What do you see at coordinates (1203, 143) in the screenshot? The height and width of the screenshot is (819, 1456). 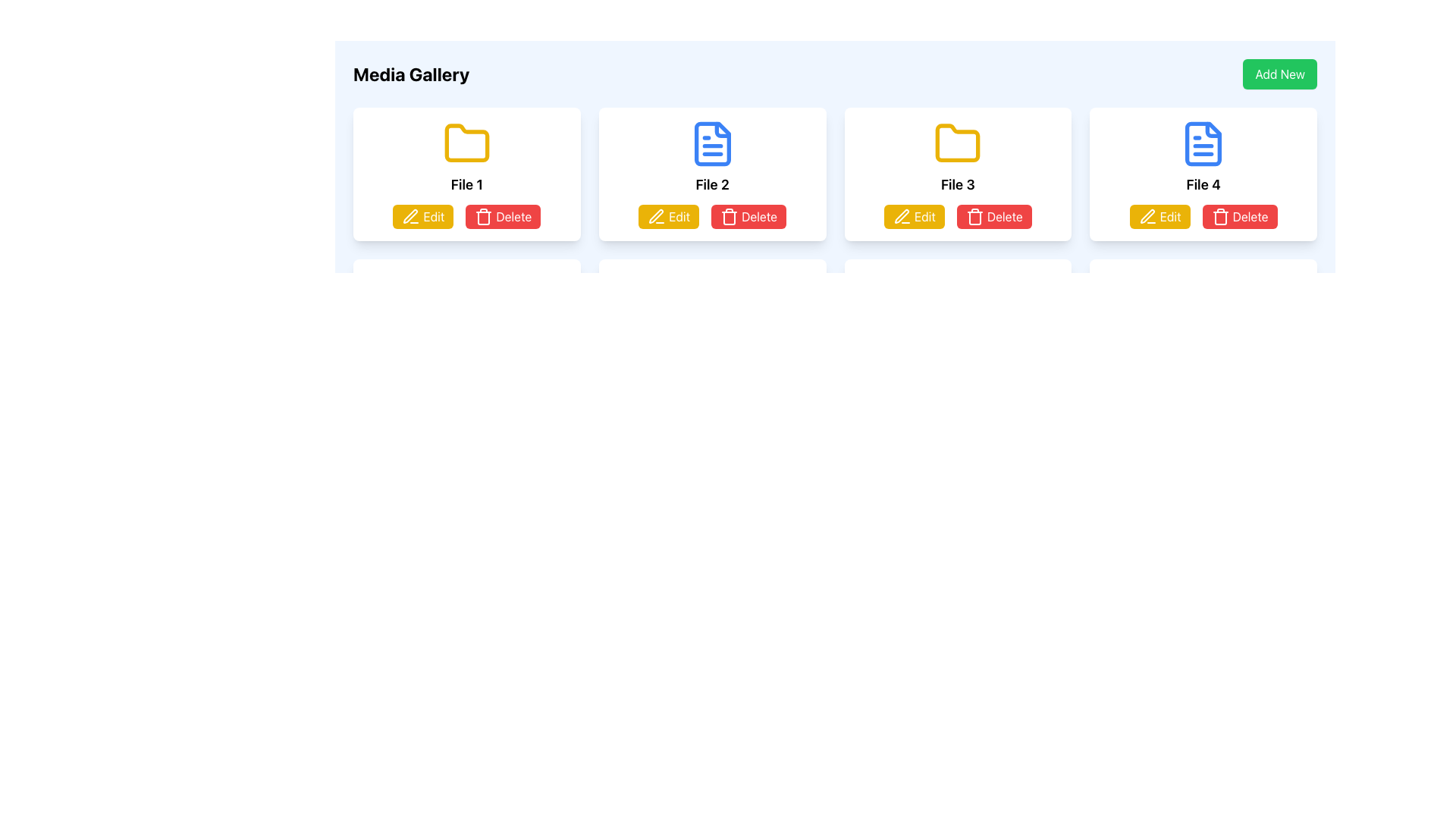 I see `the blue document file icon located in the fourth card of the media gallery section, specifically representing File 4` at bounding box center [1203, 143].